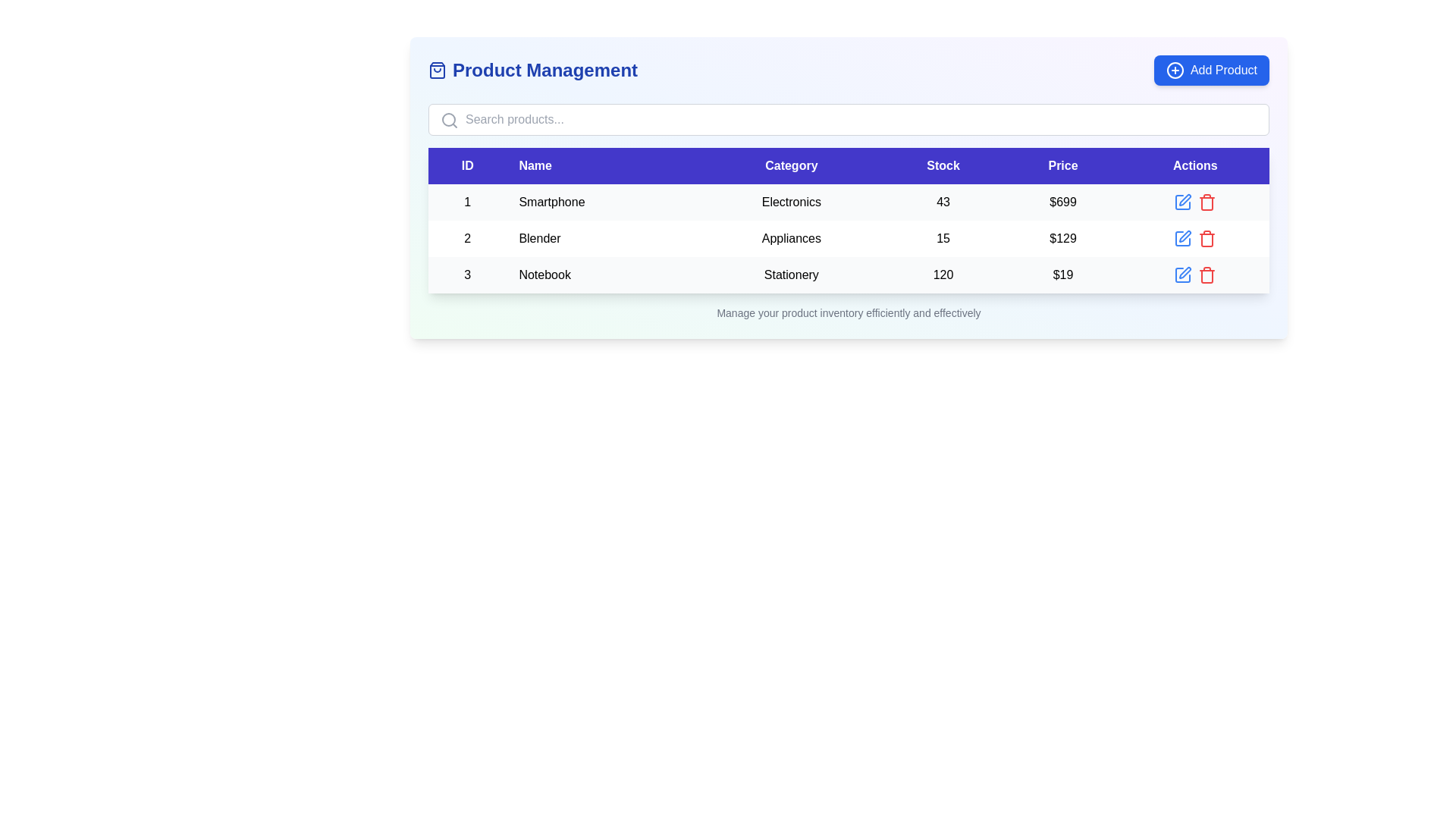 This screenshot has width=1456, height=819. What do you see at coordinates (447, 119) in the screenshot?
I see `the circular vector graphical element representing the magnifying glass lens, which is part of the search icon located to the left side of the input box in the search bar at the top of the main content area` at bounding box center [447, 119].